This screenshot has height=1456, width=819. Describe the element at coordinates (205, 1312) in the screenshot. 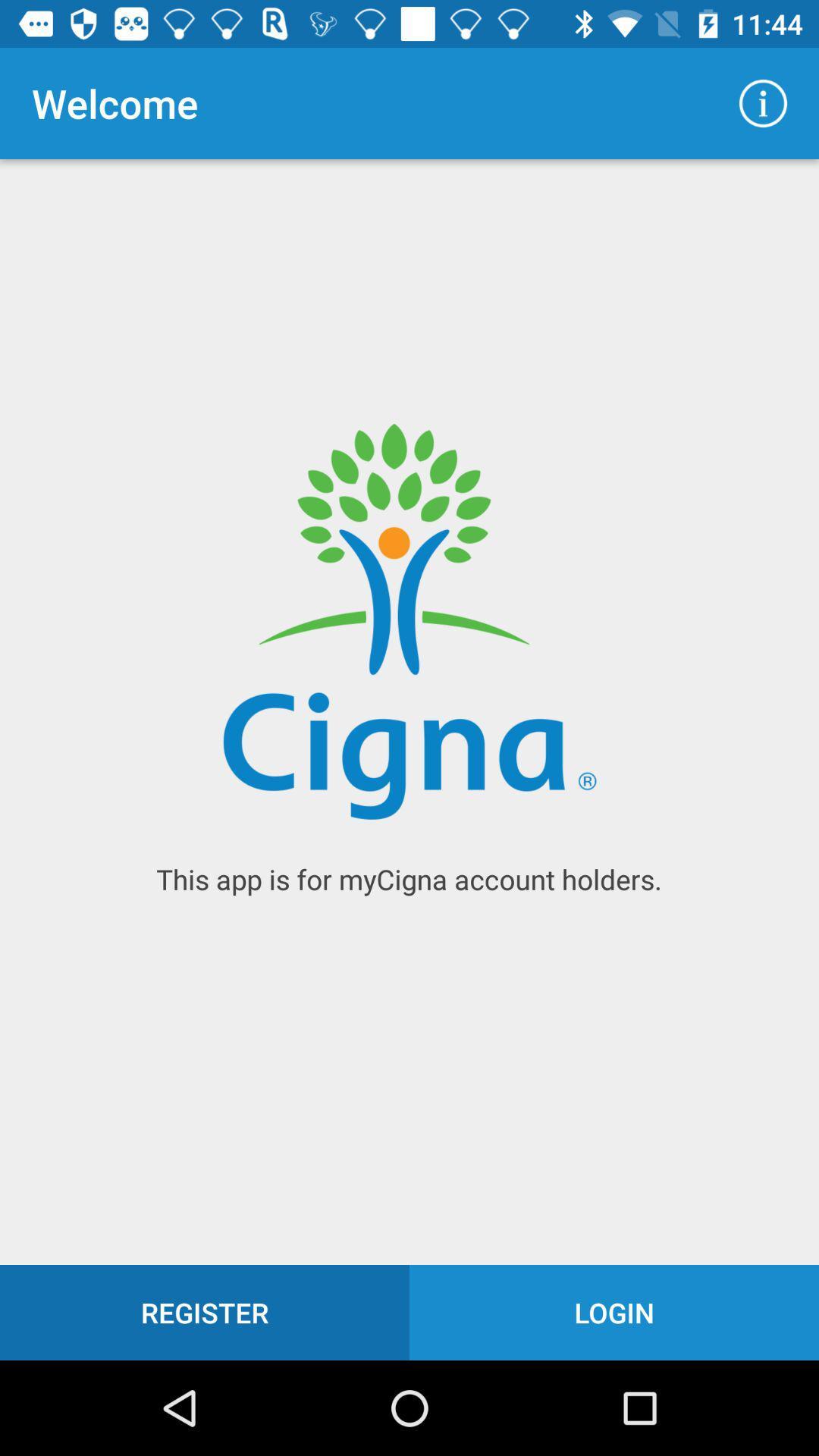

I see `register item` at that location.